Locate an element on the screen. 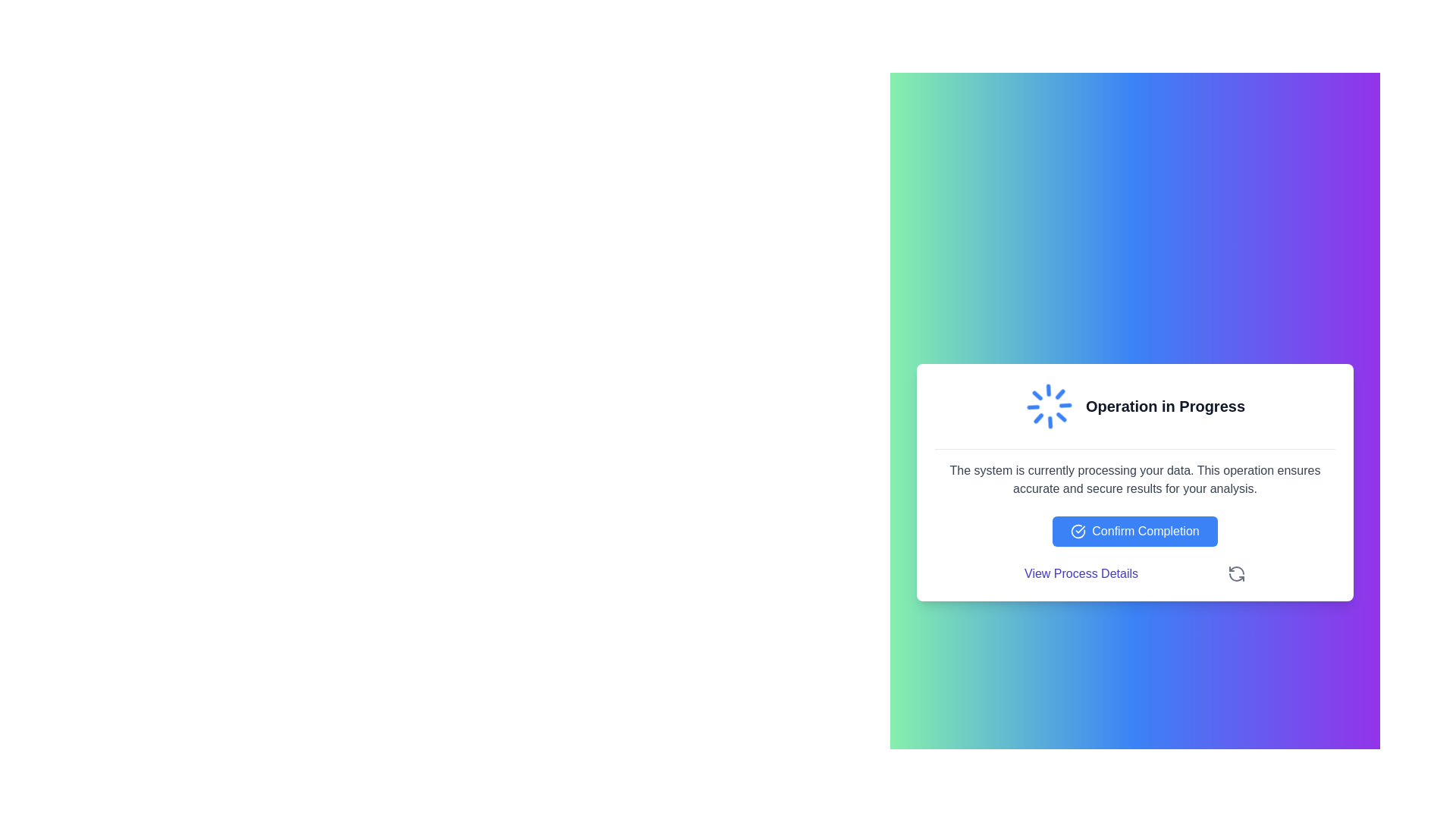 The width and height of the screenshot is (1456, 819). the fourth segment of the rotating loader icon located in the lower-right quadrant of the circular animation is located at coordinates (1035, 396).